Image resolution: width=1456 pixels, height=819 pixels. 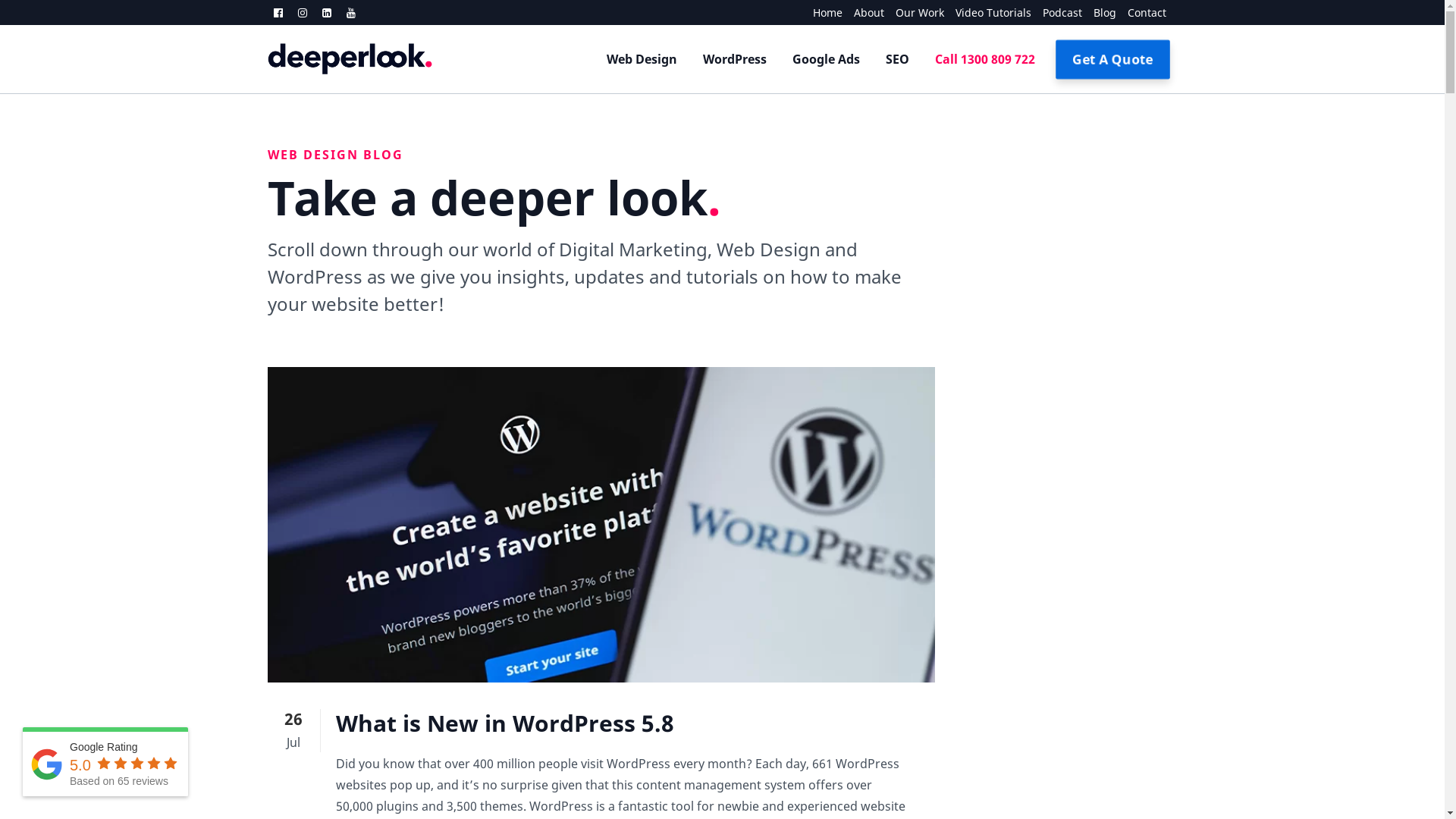 I want to click on 'SEO', so click(x=896, y=58).